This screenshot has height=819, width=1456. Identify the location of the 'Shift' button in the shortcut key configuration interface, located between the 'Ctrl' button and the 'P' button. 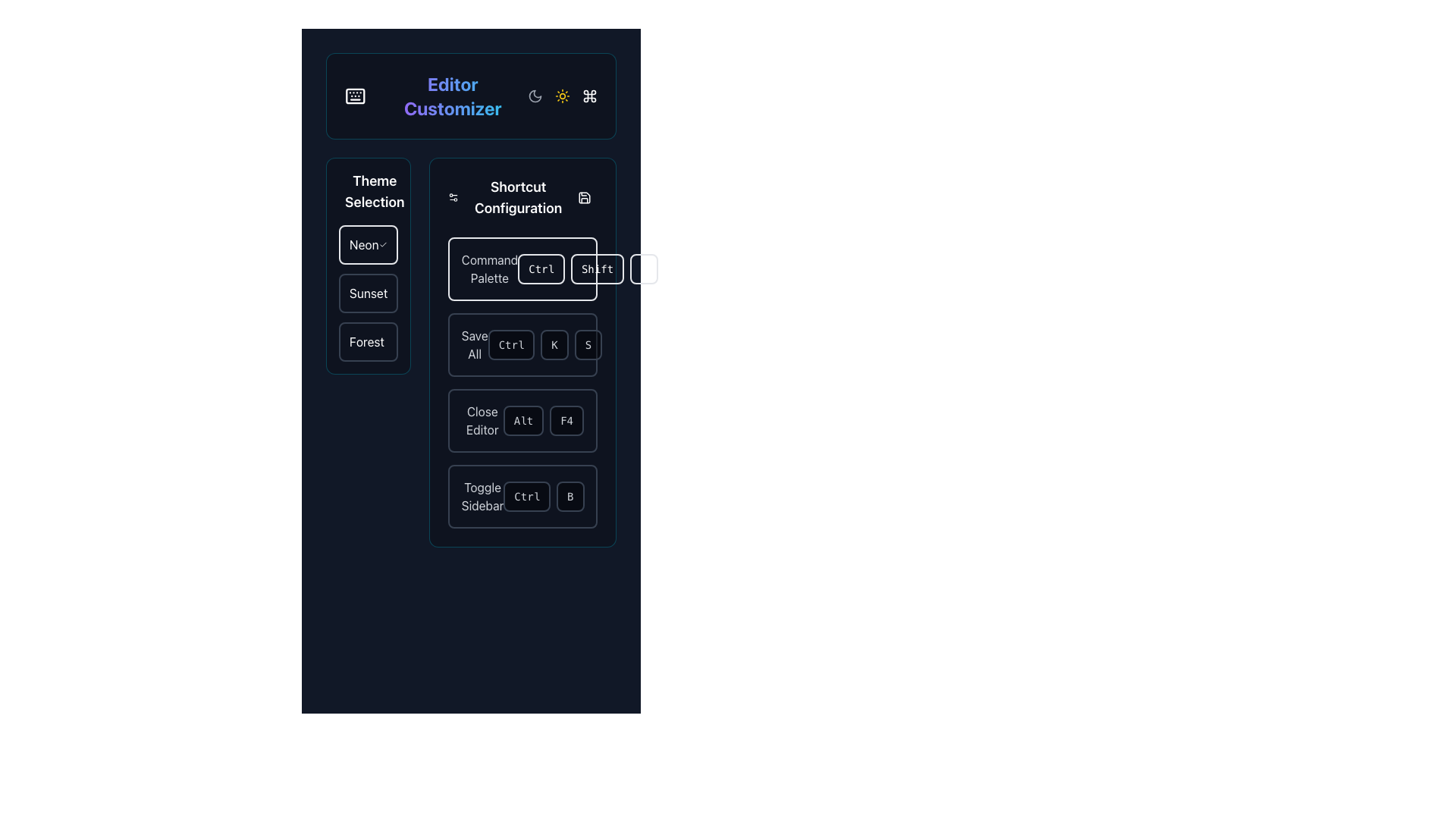
(596, 268).